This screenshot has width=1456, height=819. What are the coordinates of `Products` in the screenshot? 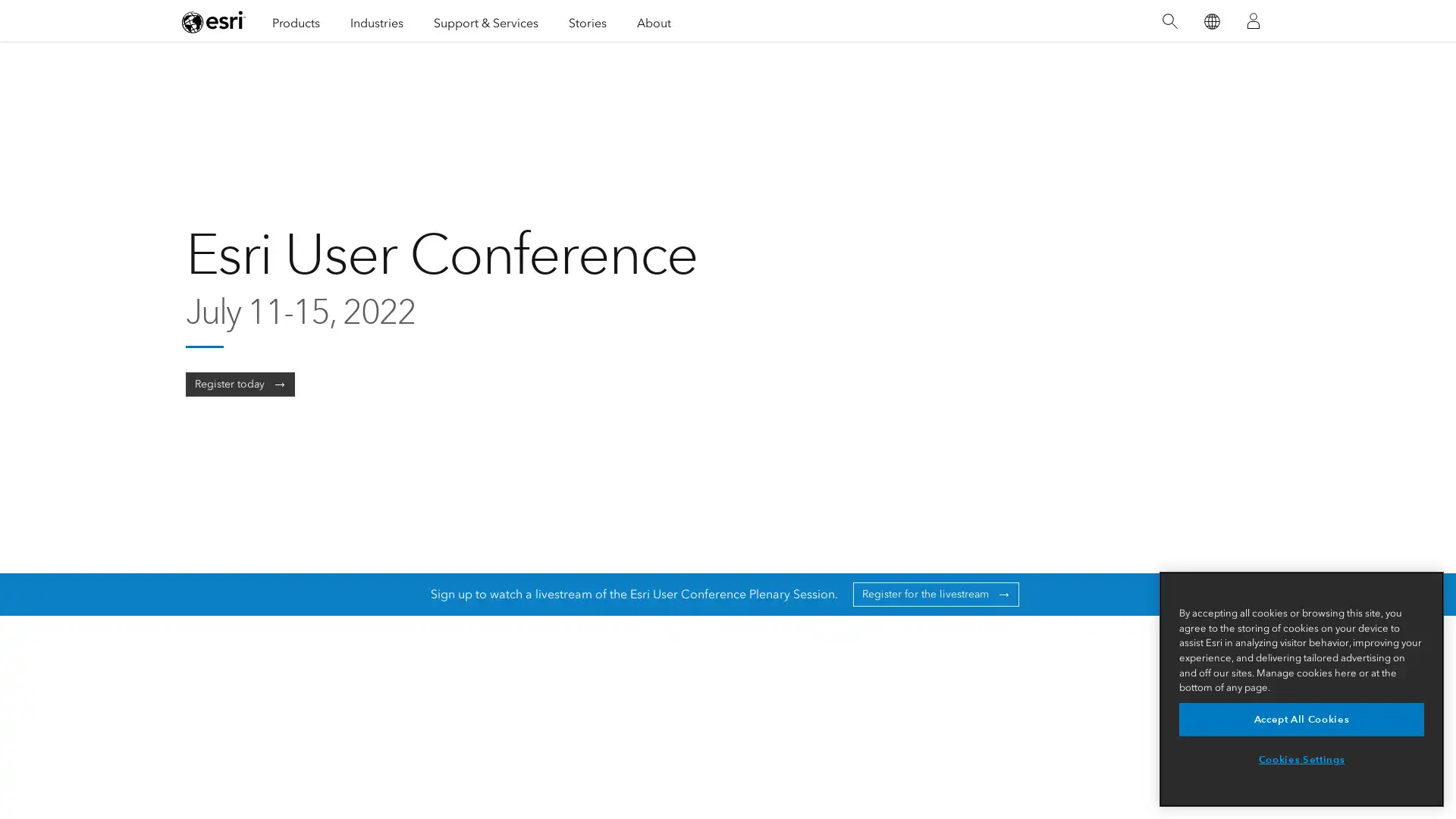 It's located at (296, 20).